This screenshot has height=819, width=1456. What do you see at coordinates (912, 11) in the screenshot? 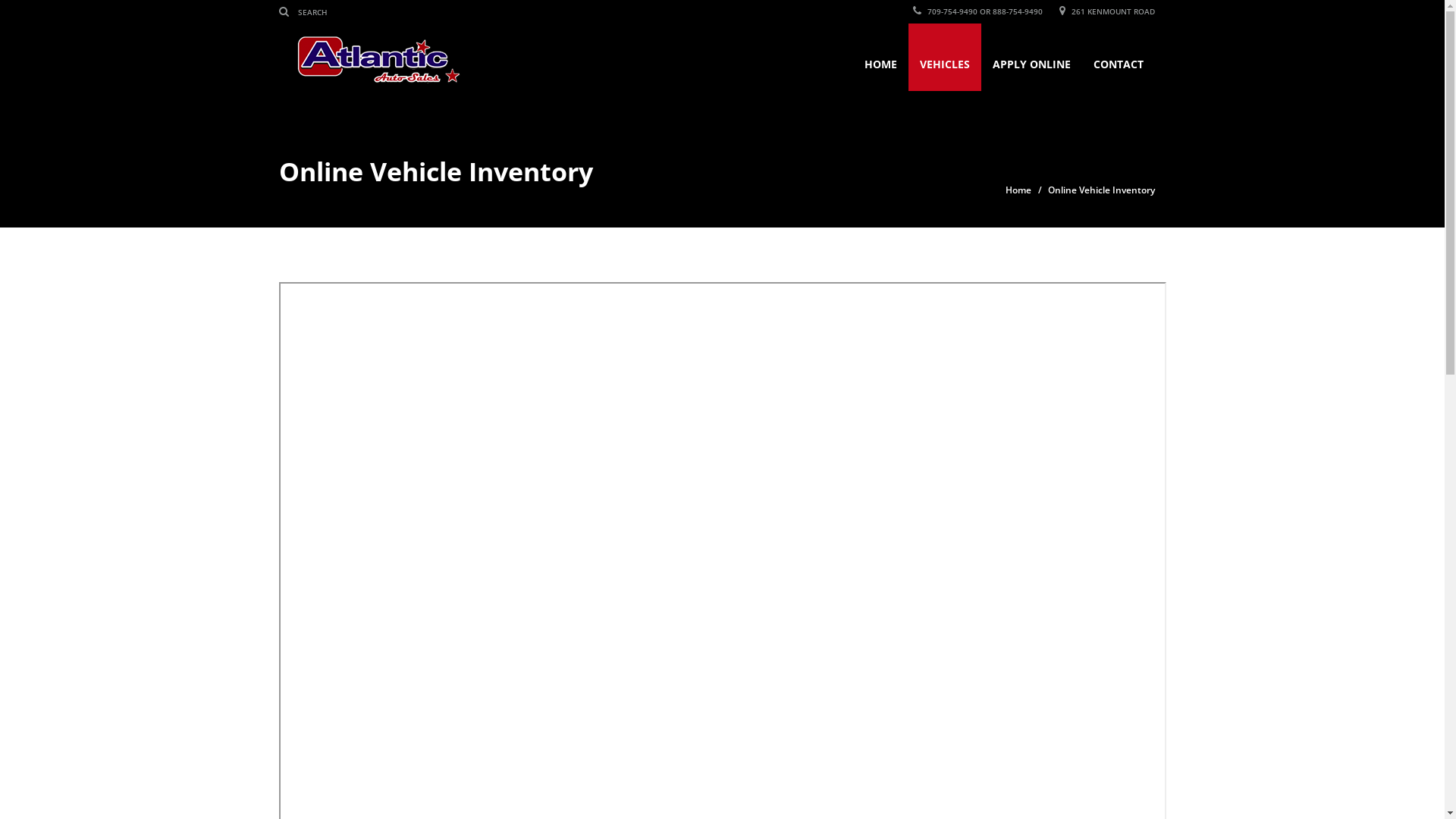
I see `'709-754-9490 OR 888-754-9490'` at bounding box center [912, 11].